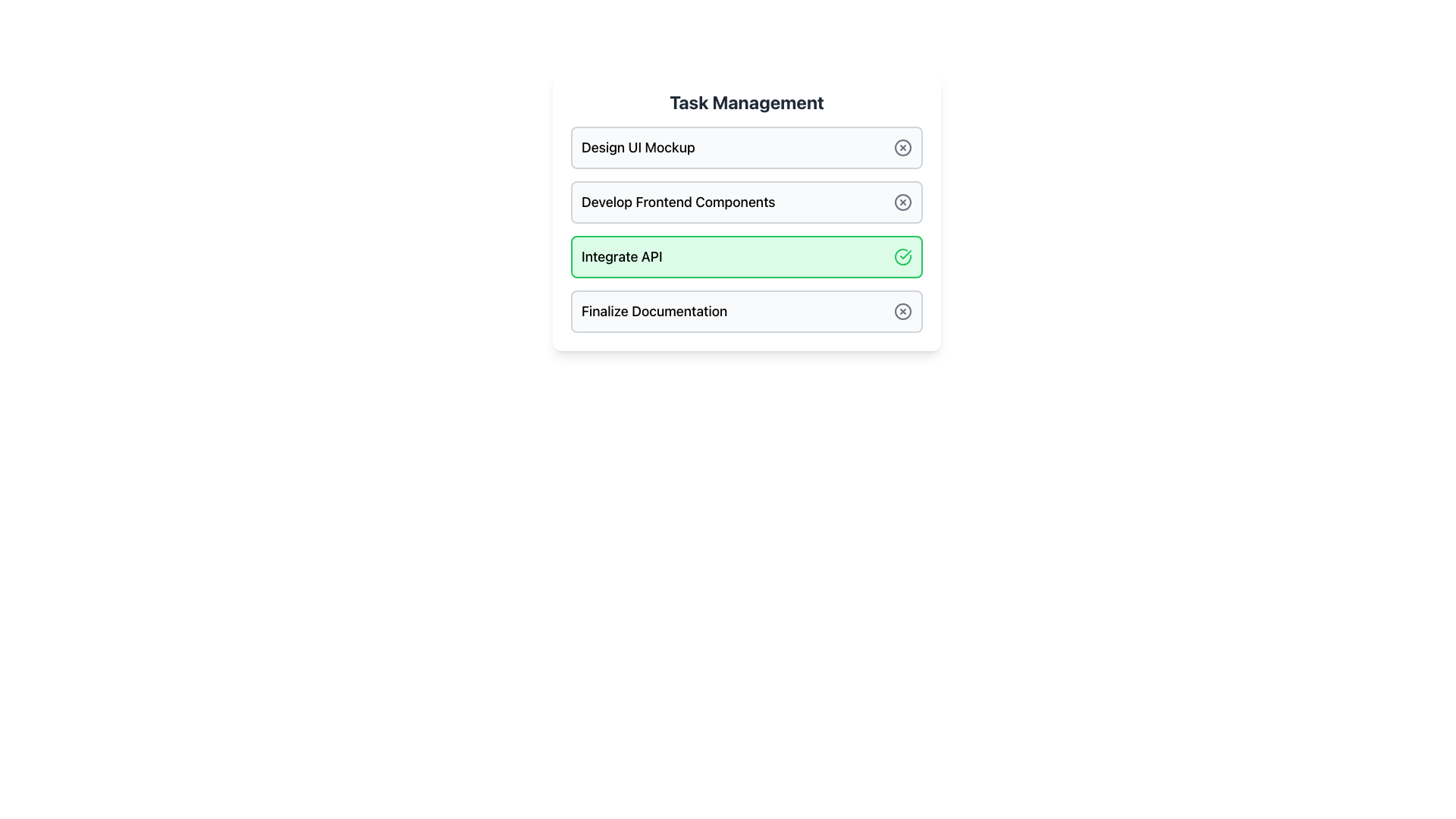 This screenshot has height=819, width=1456. Describe the element at coordinates (677, 201) in the screenshot. I see `the text label that serves as a descriptor for the task entry located in the second item of a vertically stacked list, positioned between 'Design UI Mockup' and 'Integrate API'` at that location.